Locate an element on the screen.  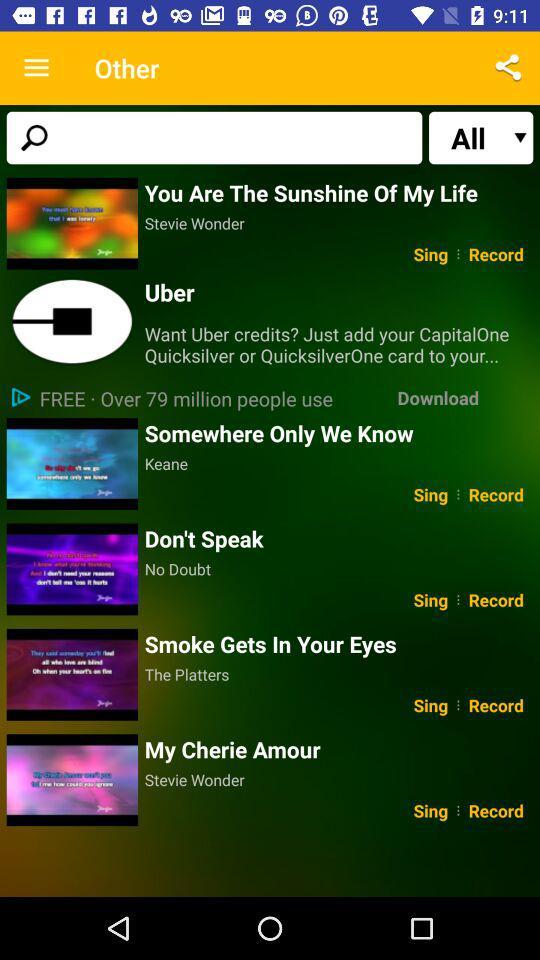
search is located at coordinates (213, 136).